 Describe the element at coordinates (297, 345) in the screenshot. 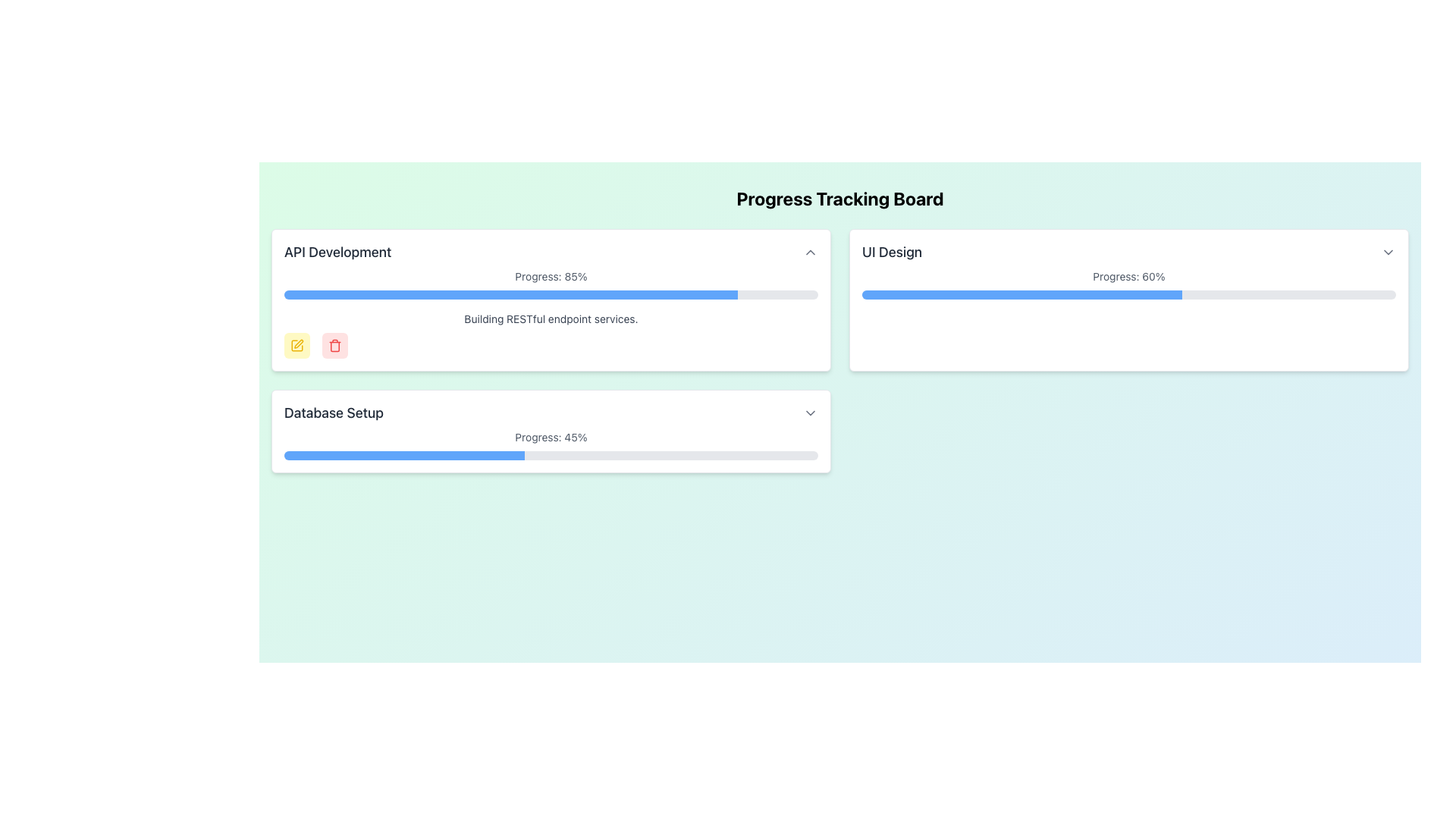

I see `the yellow pencil icon button located to the left of the red trash bin icon below the 'API Development' progress bar` at that location.